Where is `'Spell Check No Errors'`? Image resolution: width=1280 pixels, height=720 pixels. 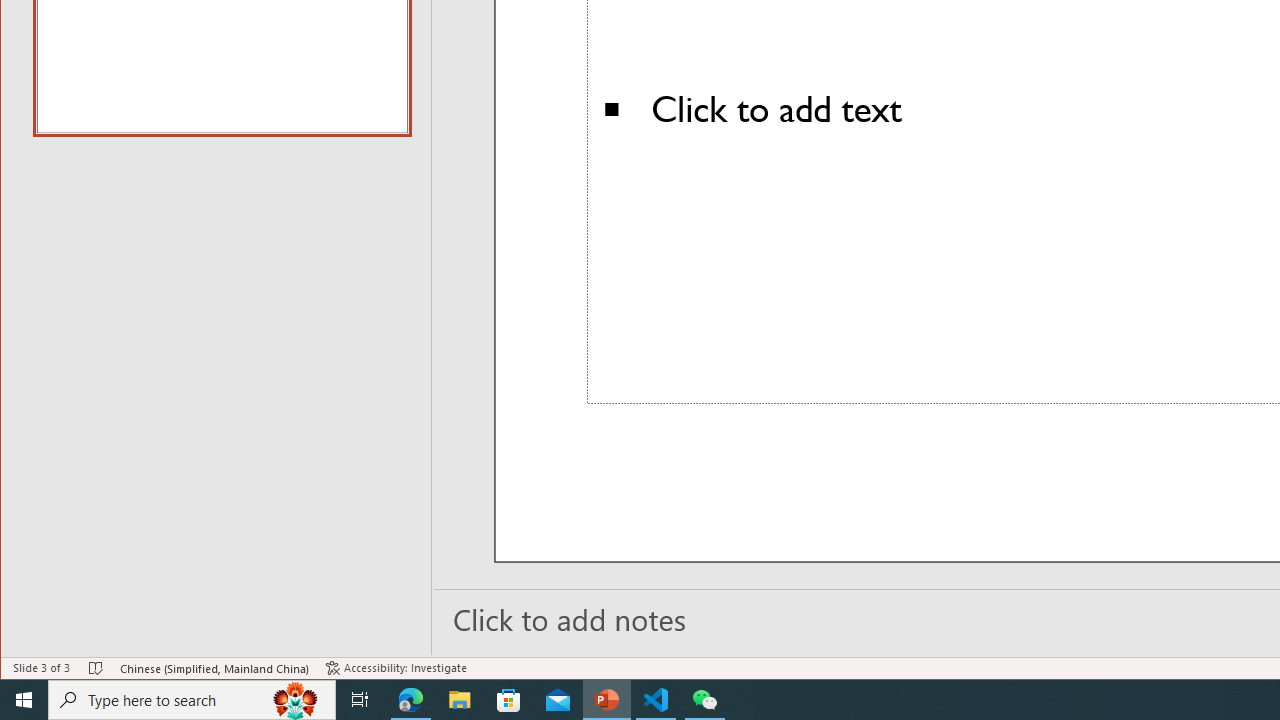 'Spell Check No Errors' is located at coordinates (95, 668).